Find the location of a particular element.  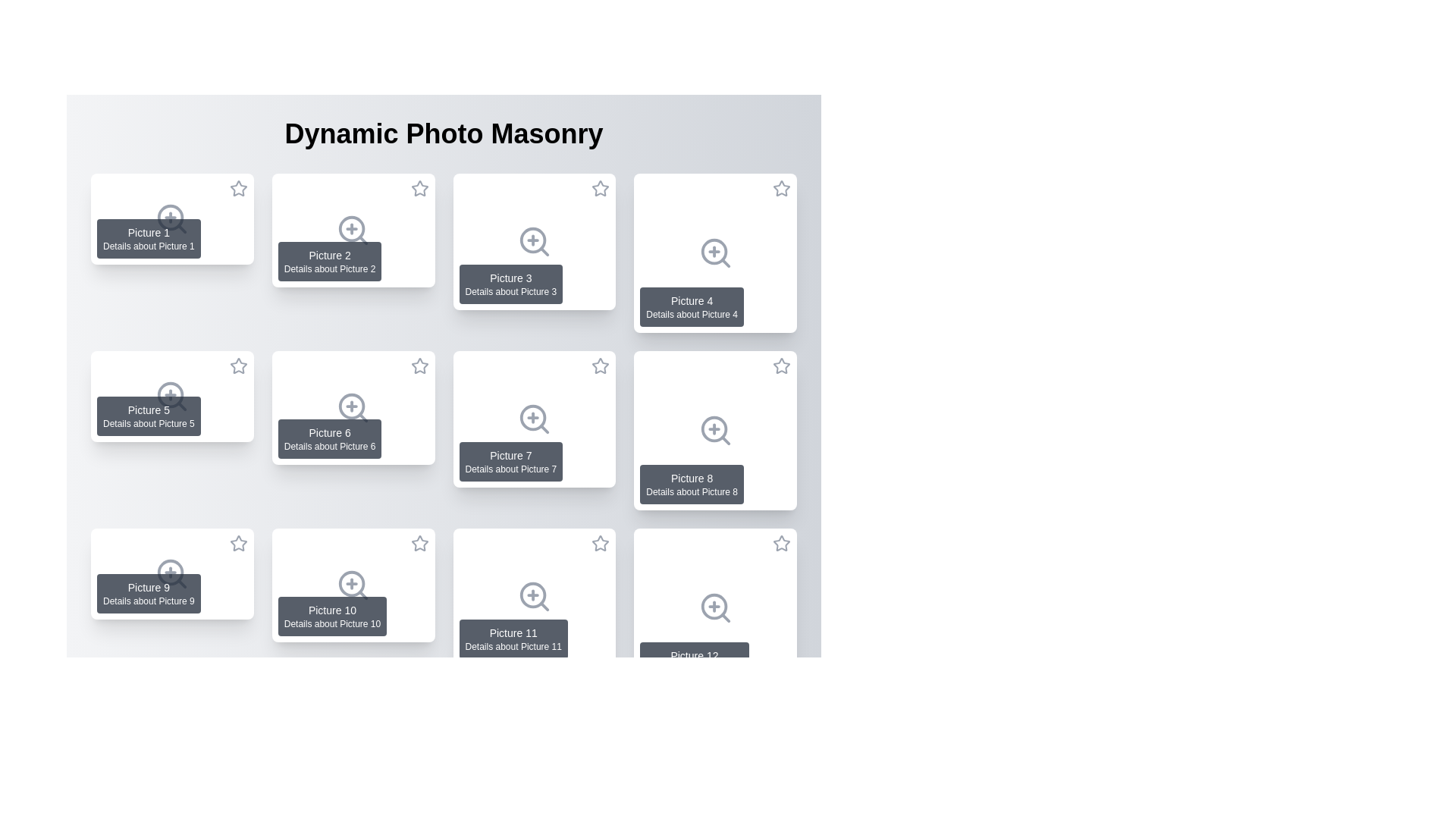

the center of the circular dot within the magnifier icon that indicates zoom-in functionality for the card labeled 'Picture 5' is located at coordinates (171, 394).